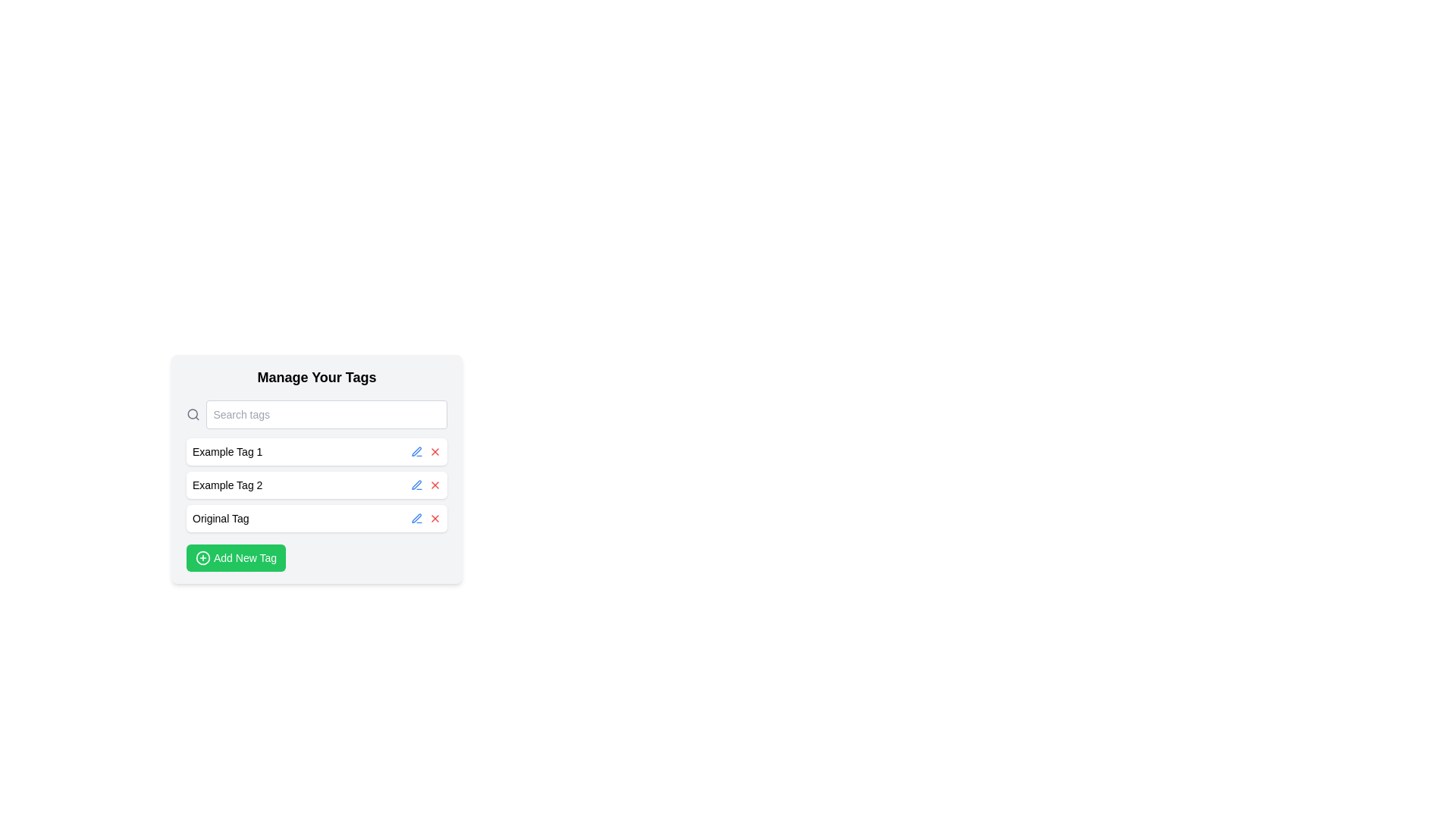  Describe the element at coordinates (416, 485) in the screenshot. I see `the edit icon button located to the immediate left of the text entry labeled 'Example Tag 2' to initiate editing the associated tag` at that location.